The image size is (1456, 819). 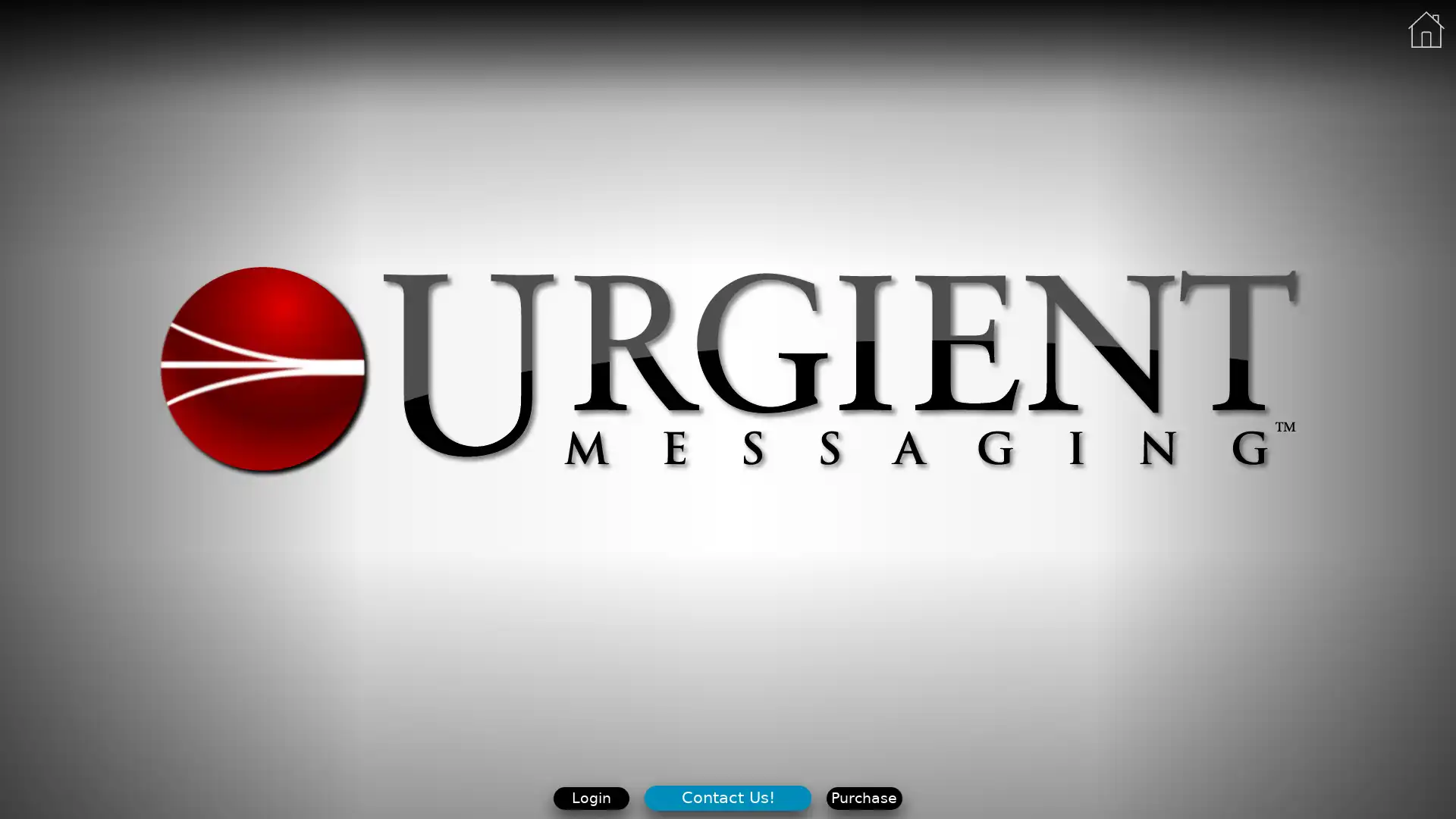 What do you see at coordinates (864, 797) in the screenshot?
I see `Purchase` at bounding box center [864, 797].